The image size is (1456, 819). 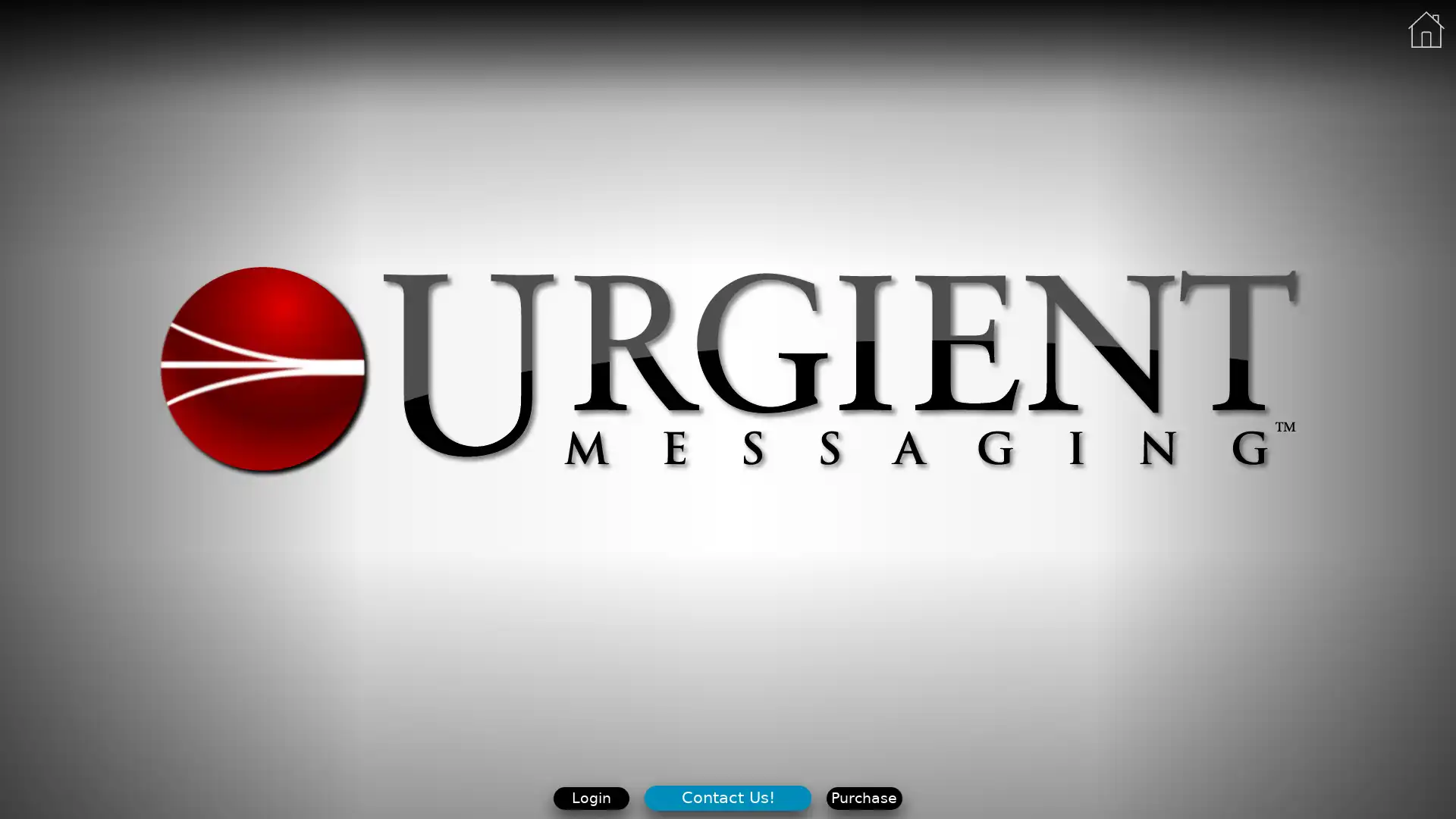 What do you see at coordinates (864, 797) in the screenshot?
I see `Purchase` at bounding box center [864, 797].